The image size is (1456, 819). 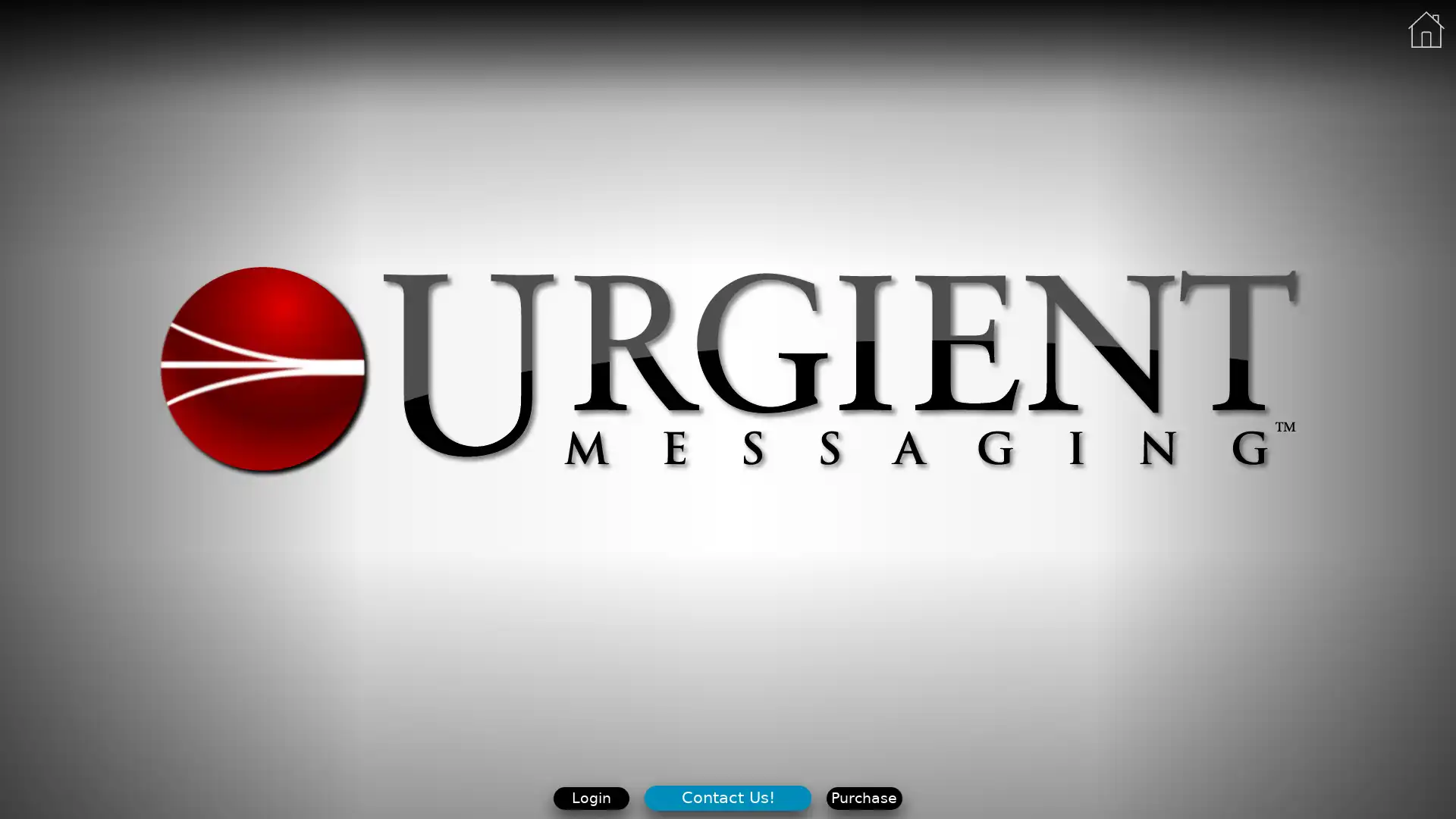 What do you see at coordinates (864, 797) in the screenshot?
I see `Purchase` at bounding box center [864, 797].